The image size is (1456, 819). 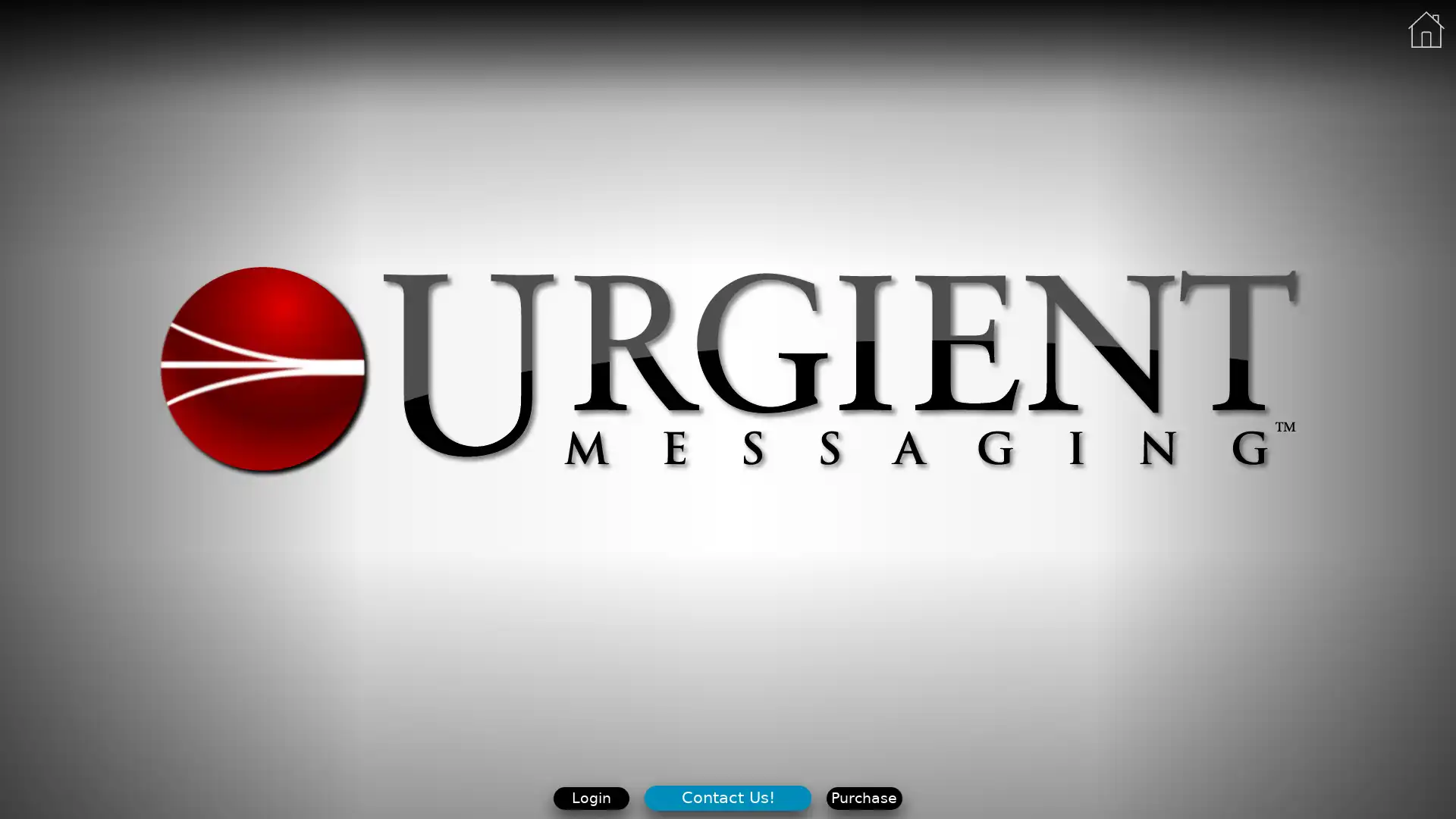 What do you see at coordinates (864, 797) in the screenshot?
I see `Purchase` at bounding box center [864, 797].